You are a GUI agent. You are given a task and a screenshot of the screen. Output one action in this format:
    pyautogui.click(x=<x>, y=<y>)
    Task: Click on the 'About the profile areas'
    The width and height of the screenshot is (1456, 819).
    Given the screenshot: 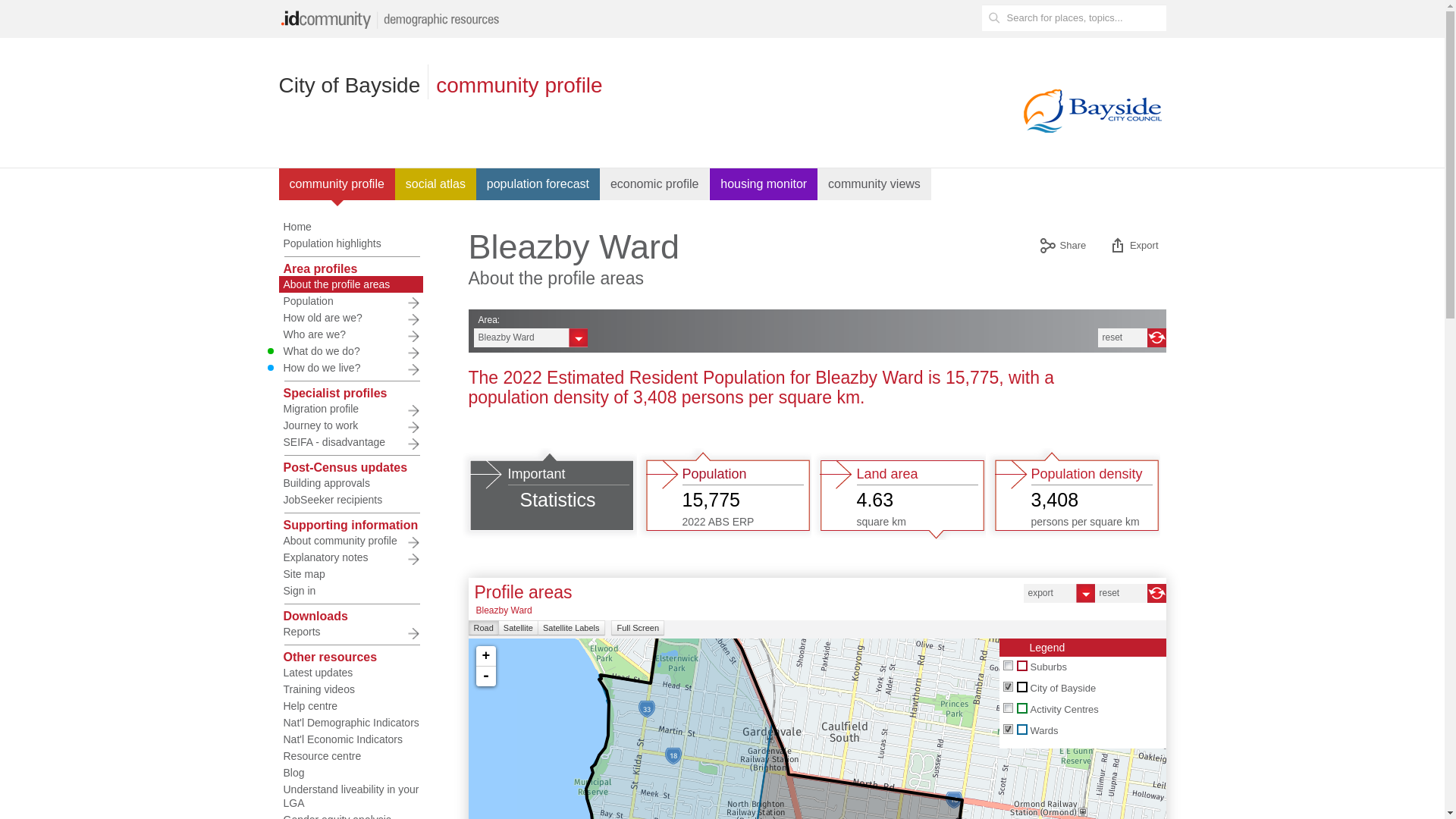 What is the action you would take?
    pyautogui.click(x=279, y=284)
    